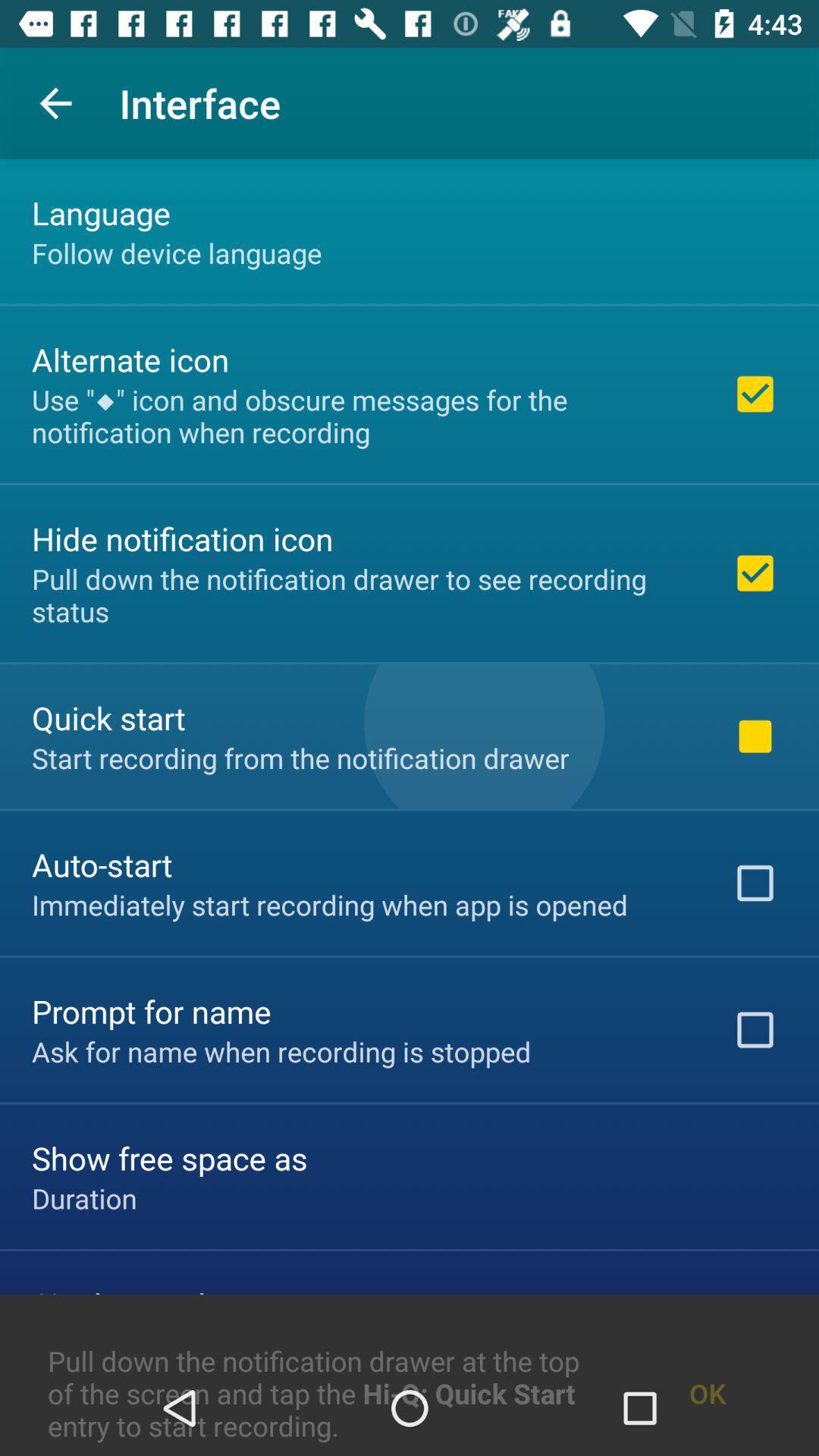  What do you see at coordinates (55, 102) in the screenshot?
I see `item above language` at bounding box center [55, 102].